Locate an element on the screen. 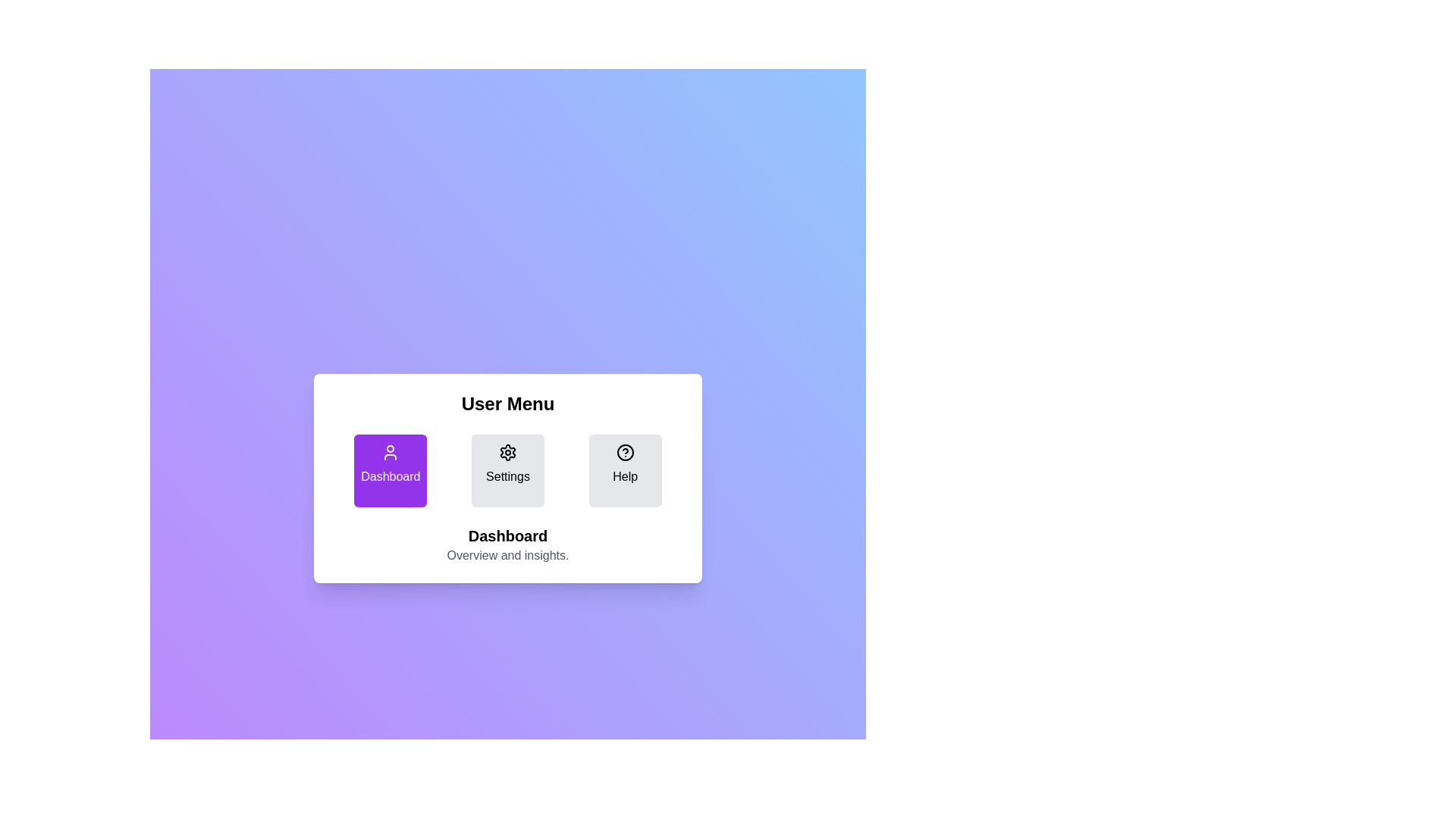 The image size is (1456, 819). the menu button Dashboard to observe visual changes is located at coordinates (391, 470).